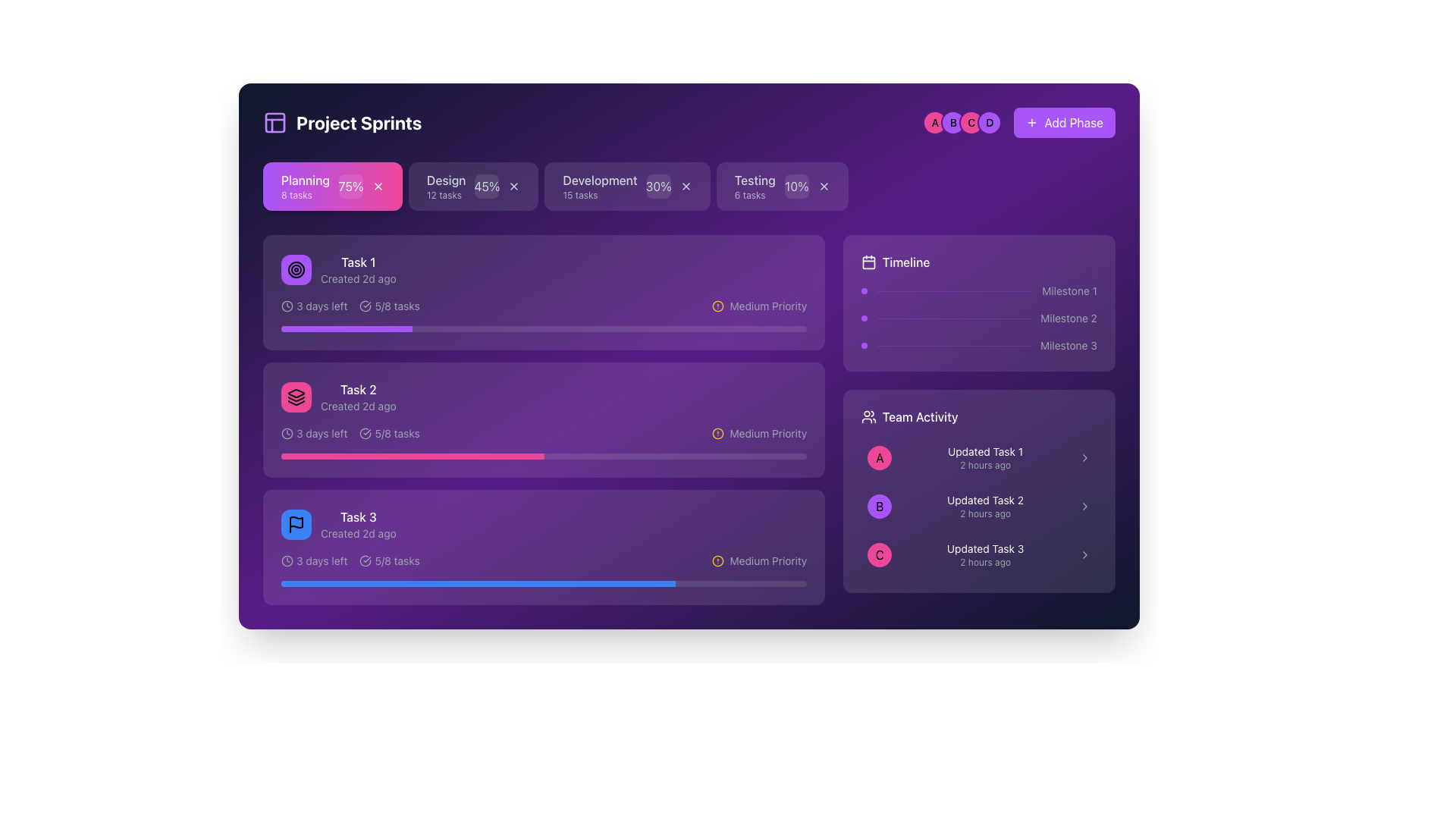 The image size is (1456, 819). I want to click on the text label that reads '3 days left' with a clock icon to its left, located in the top left area of the task card, directly below the task title, so click(313, 306).